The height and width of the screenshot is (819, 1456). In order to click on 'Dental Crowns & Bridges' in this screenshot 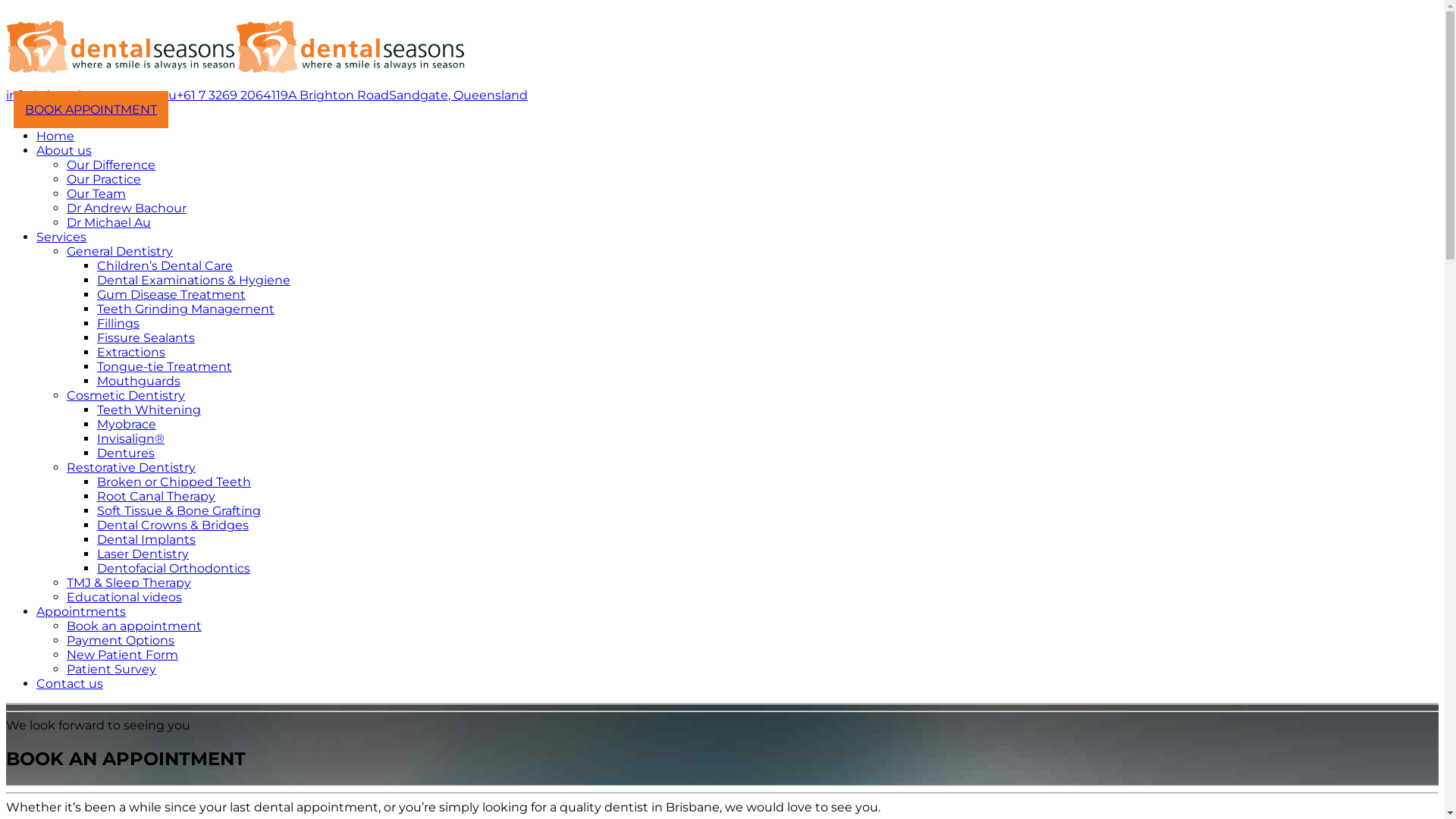, I will do `click(96, 524)`.